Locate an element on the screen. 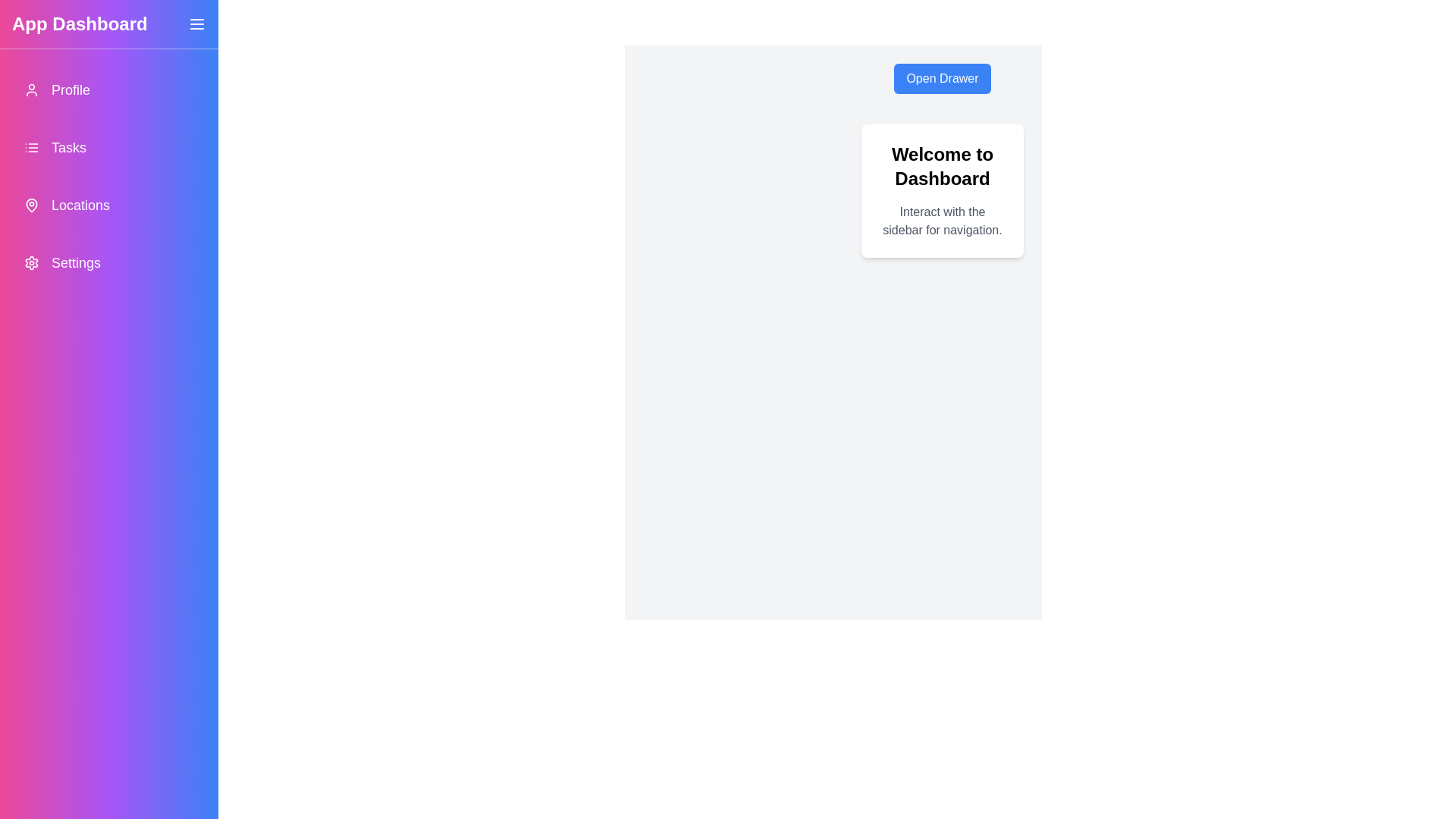 This screenshot has height=819, width=1456. the navigation item labeled 'Profile' to observe its hover effect is located at coordinates (108, 90).